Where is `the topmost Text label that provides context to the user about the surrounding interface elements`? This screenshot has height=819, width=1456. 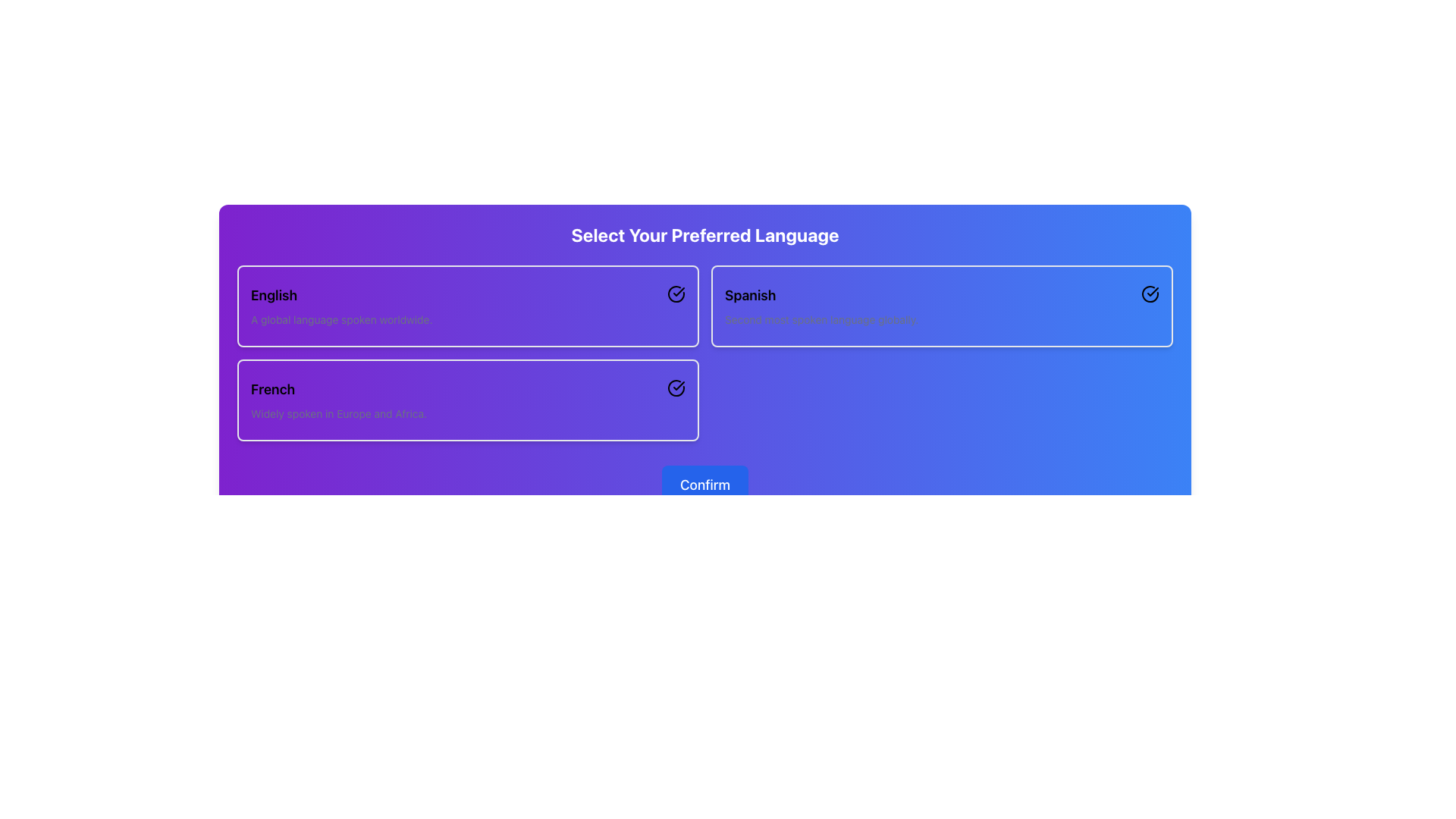
the topmost Text label that provides context to the user about the surrounding interface elements is located at coordinates (704, 234).